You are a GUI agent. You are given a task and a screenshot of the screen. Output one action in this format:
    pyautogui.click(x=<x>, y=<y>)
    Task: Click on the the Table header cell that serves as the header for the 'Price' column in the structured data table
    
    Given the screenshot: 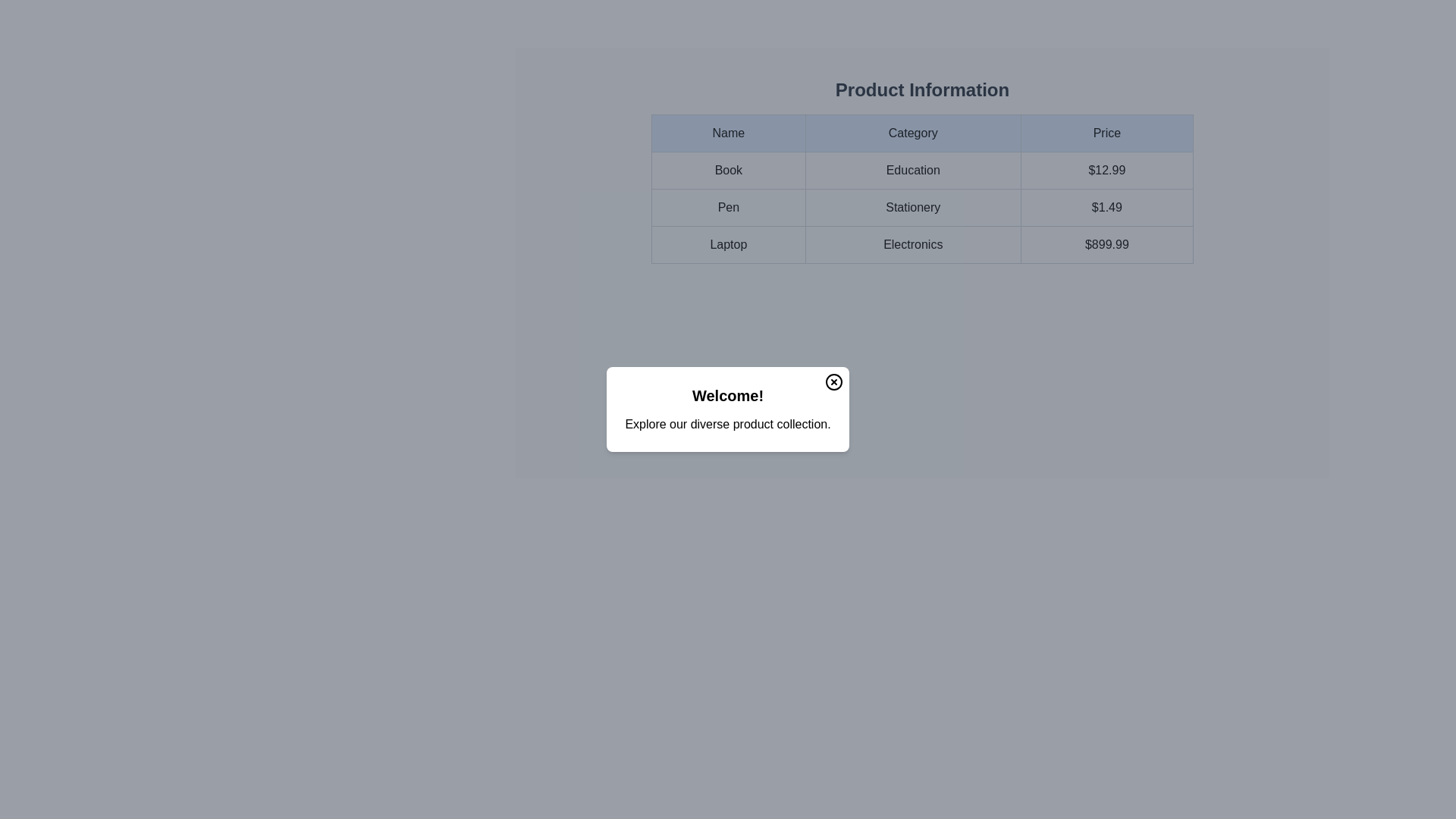 What is the action you would take?
    pyautogui.click(x=1106, y=133)
    